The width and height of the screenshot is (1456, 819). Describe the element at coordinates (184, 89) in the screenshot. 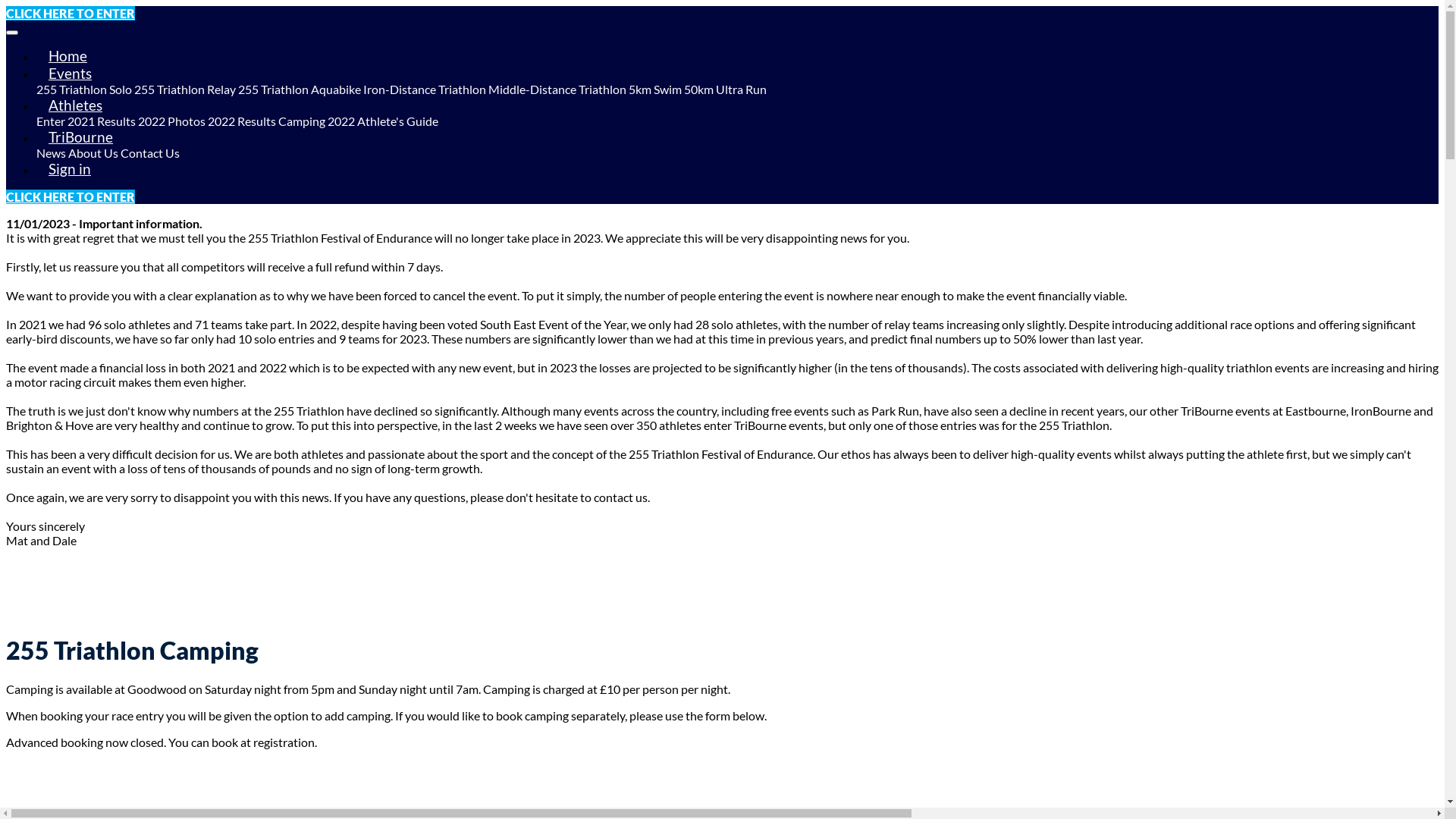

I see `'255 Triathlon Relay'` at that location.